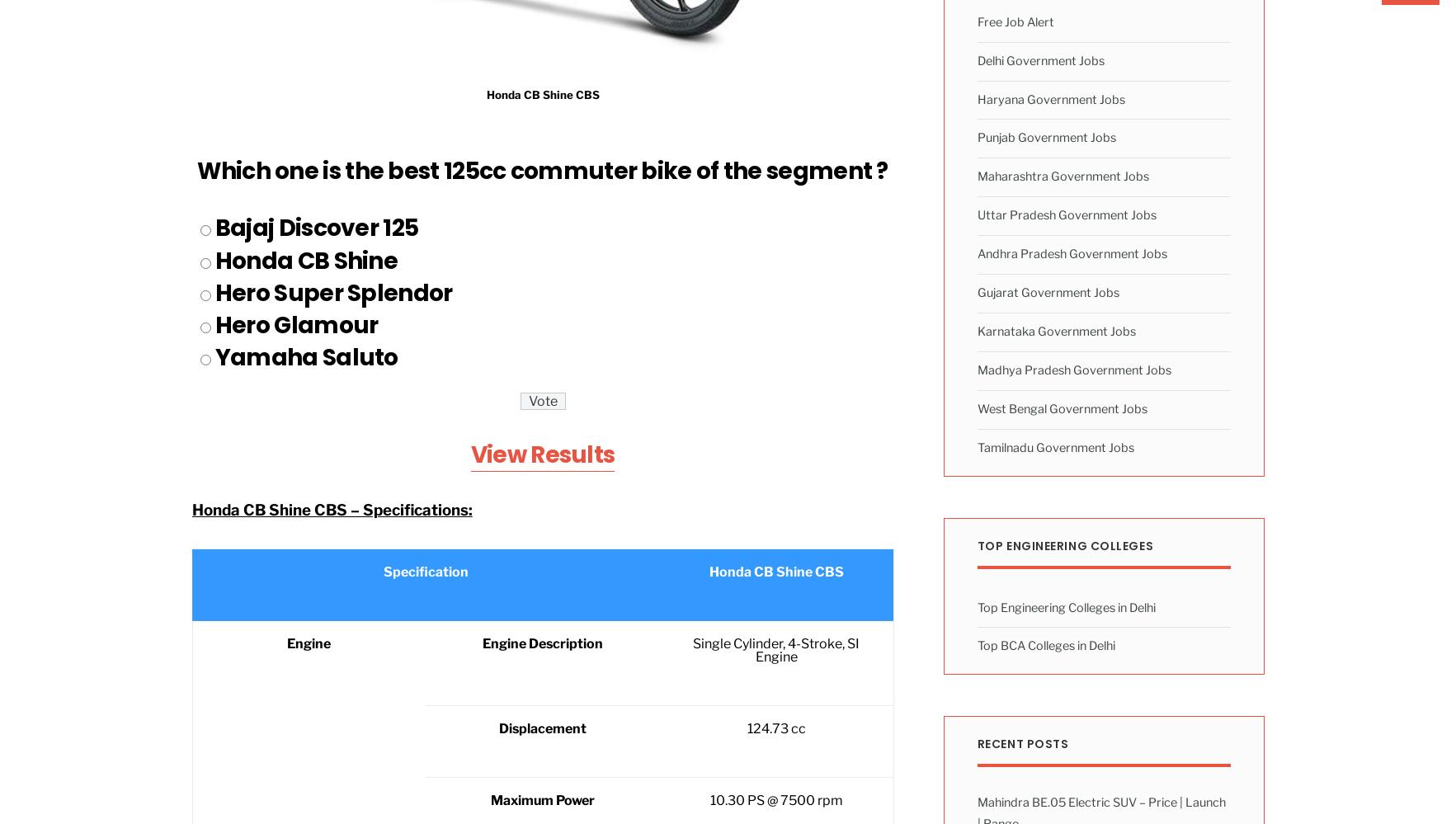 Image resolution: width=1456 pixels, height=824 pixels. Describe the element at coordinates (976, 98) in the screenshot. I see `'Haryana Government Jobs'` at that location.